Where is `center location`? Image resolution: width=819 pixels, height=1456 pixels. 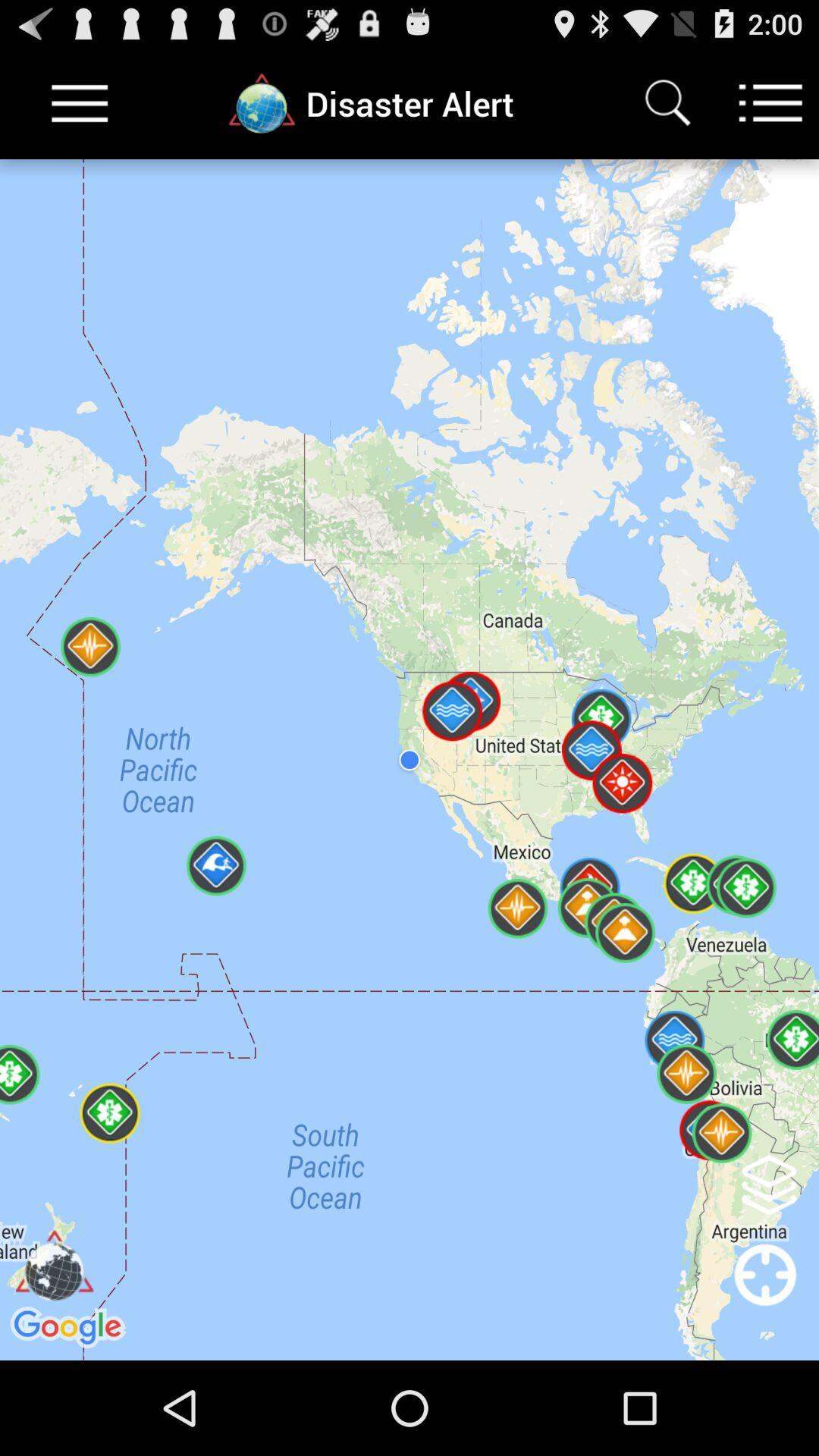
center location is located at coordinates (765, 1294).